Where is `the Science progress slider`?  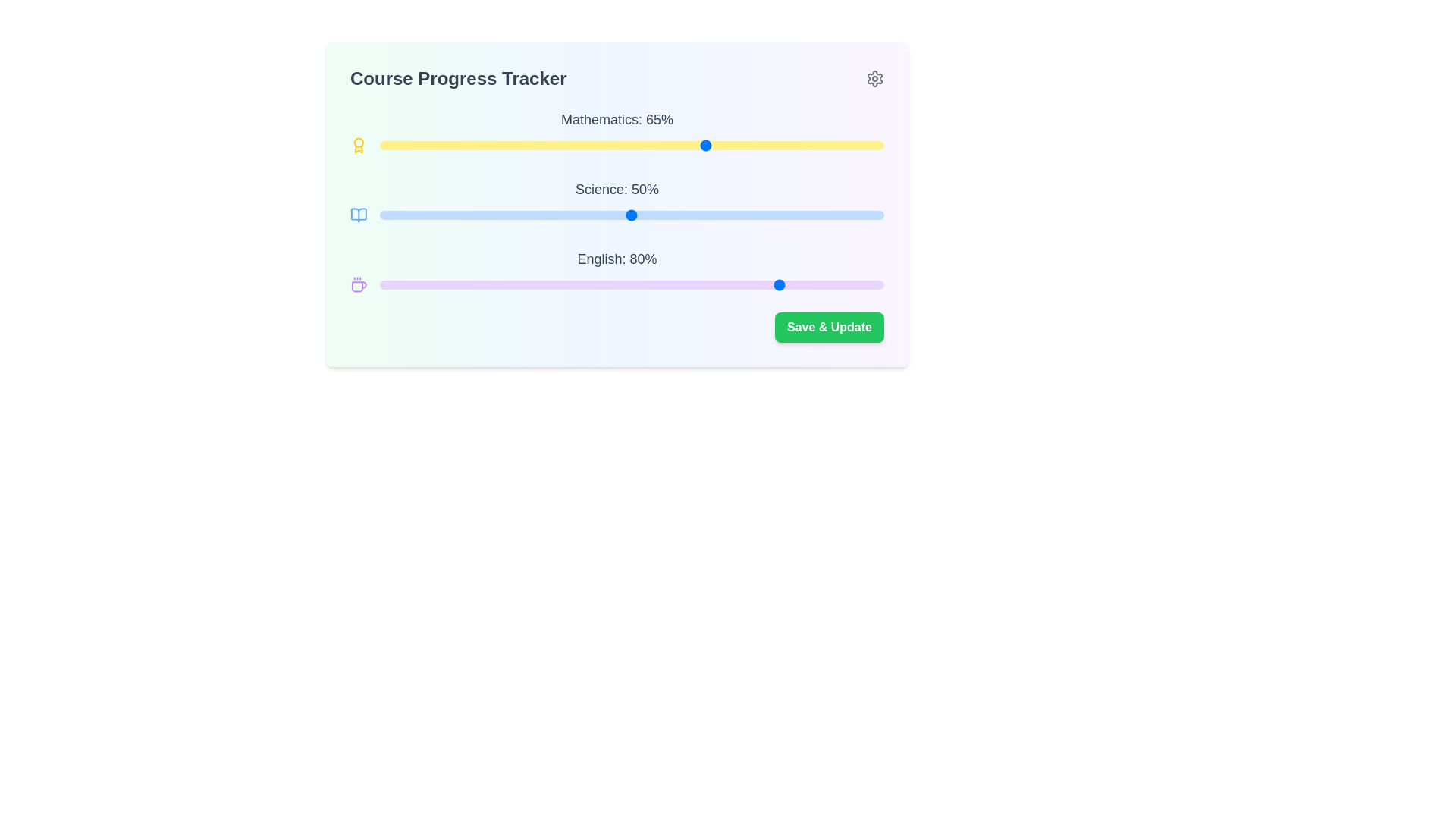 the Science progress slider is located at coordinates (434, 215).